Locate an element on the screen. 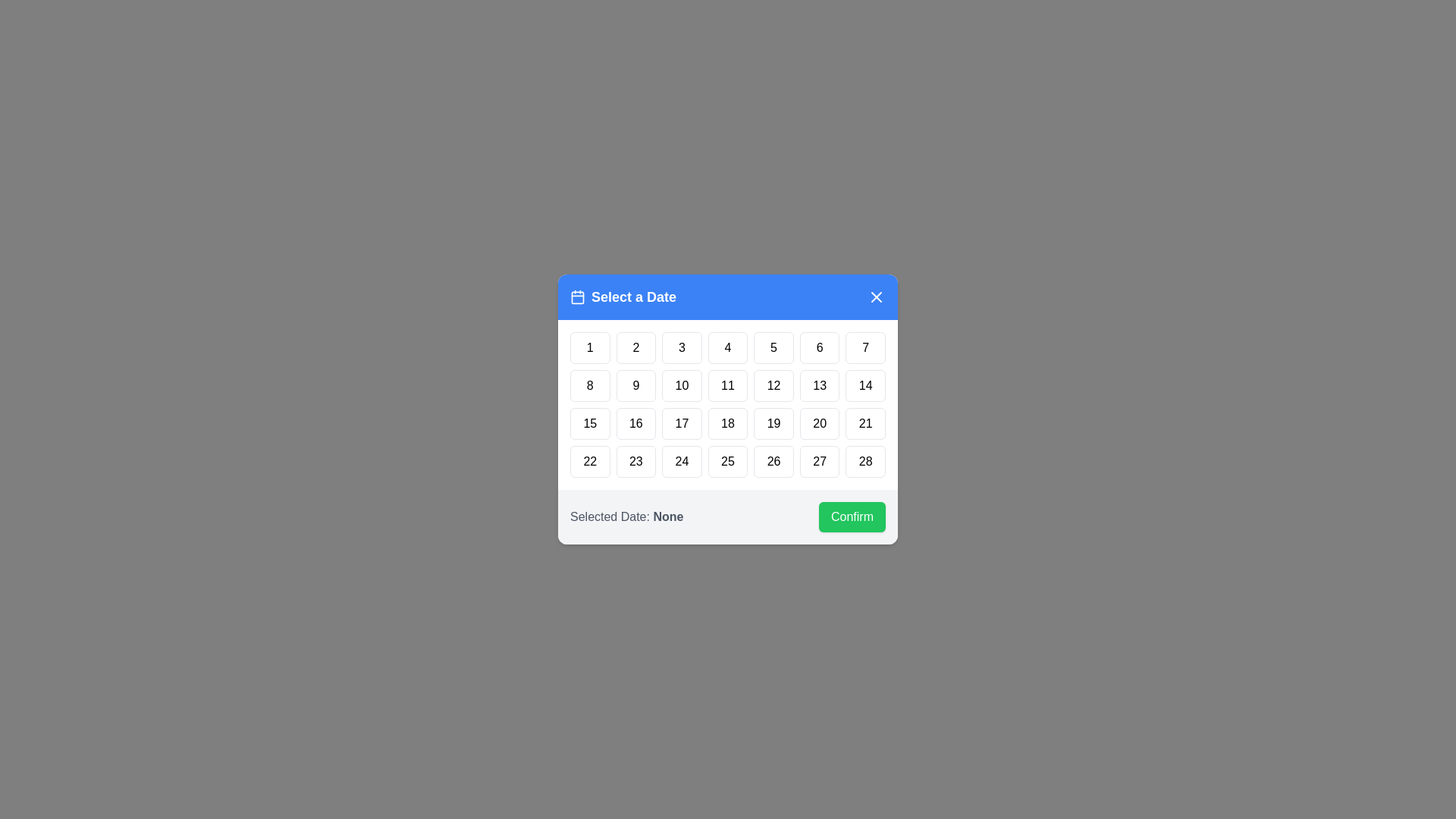 Image resolution: width=1456 pixels, height=819 pixels. the button representing the day 10 to select that date is located at coordinates (680, 385).